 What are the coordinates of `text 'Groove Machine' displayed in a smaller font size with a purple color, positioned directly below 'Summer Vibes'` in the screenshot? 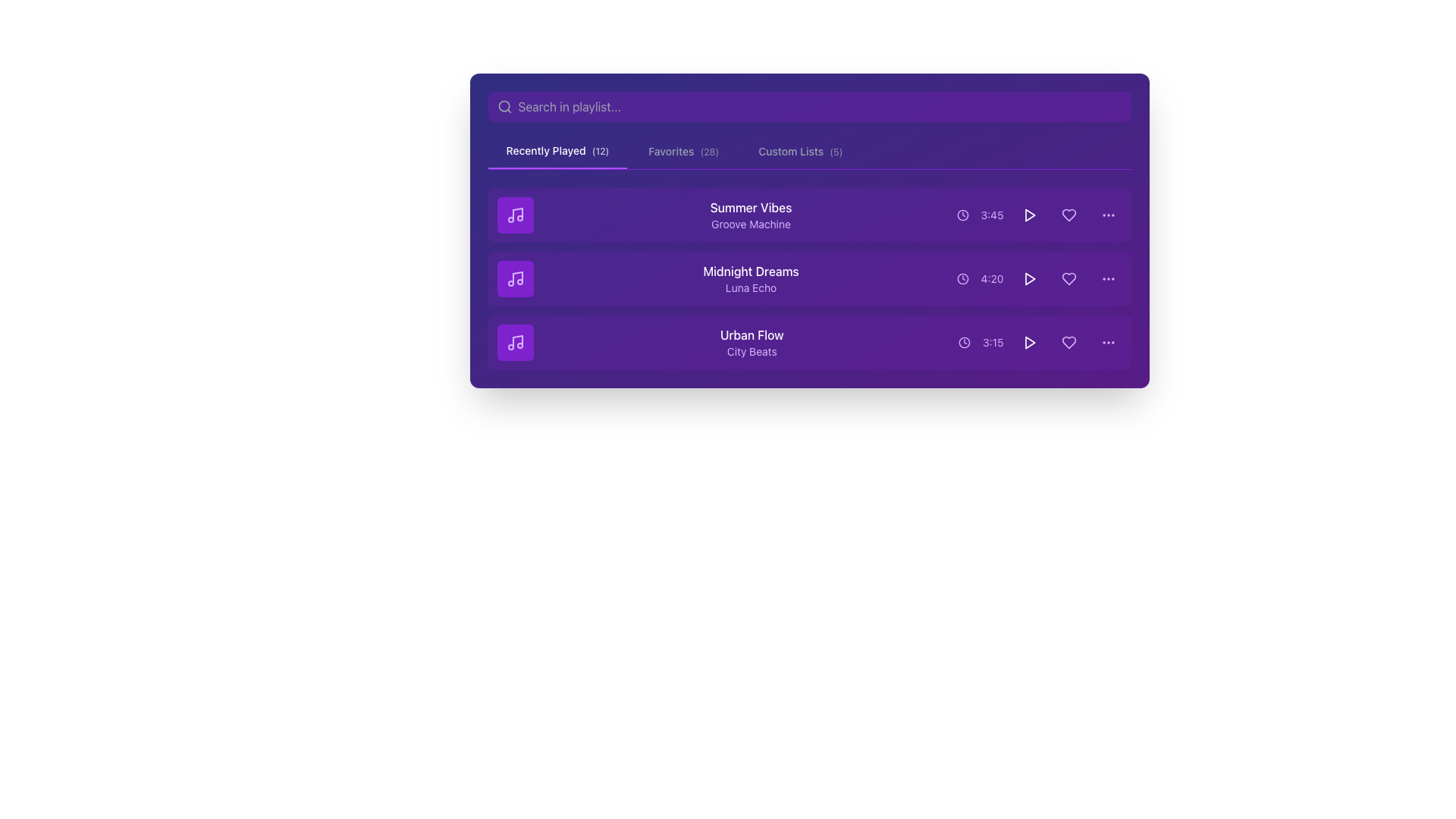 It's located at (751, 224).